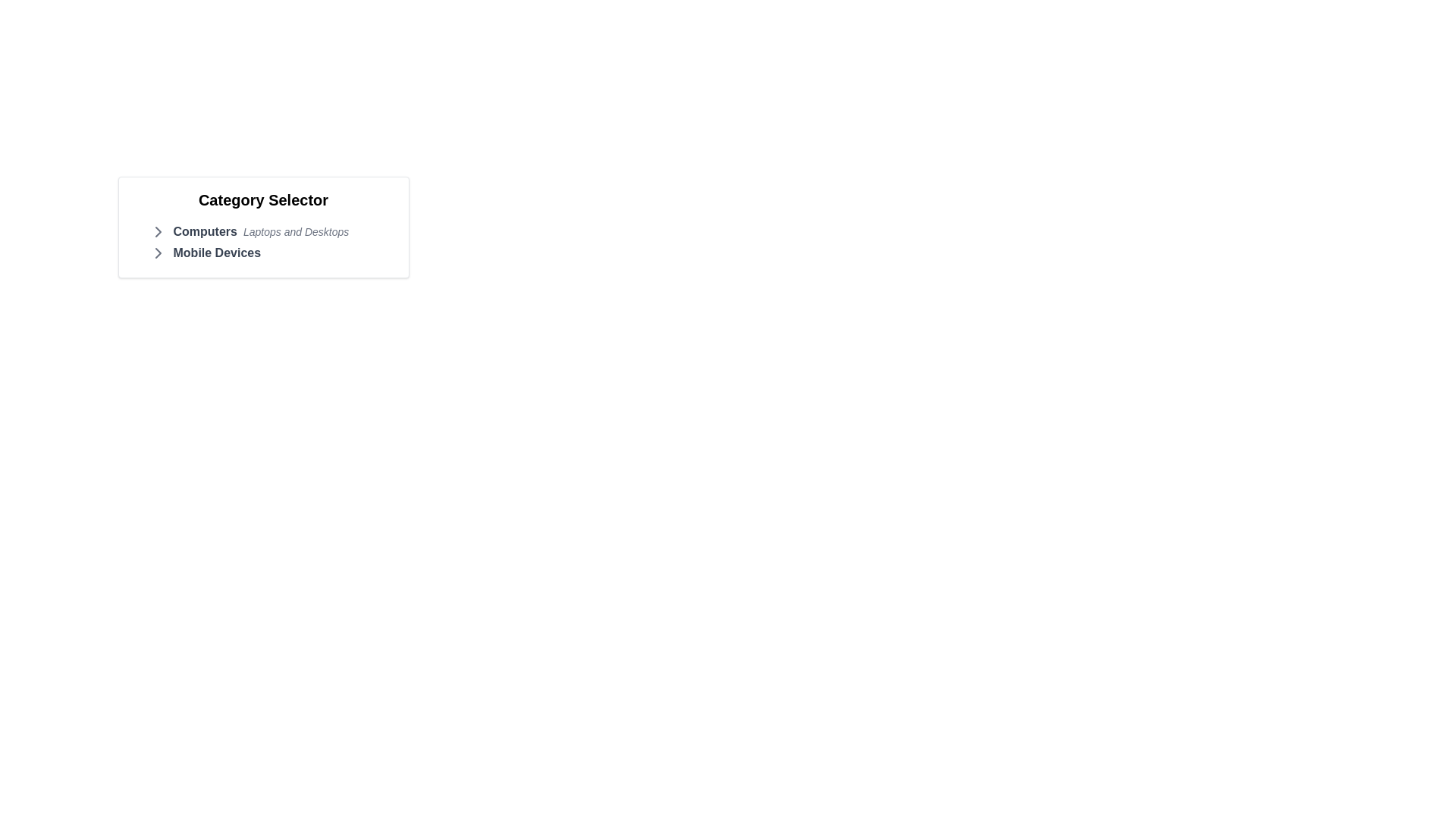 The image size is (1456, 819). I want to click on the chevron icon located to the immediate left of the 'Mobile Devices' text label, so click(158, 253).